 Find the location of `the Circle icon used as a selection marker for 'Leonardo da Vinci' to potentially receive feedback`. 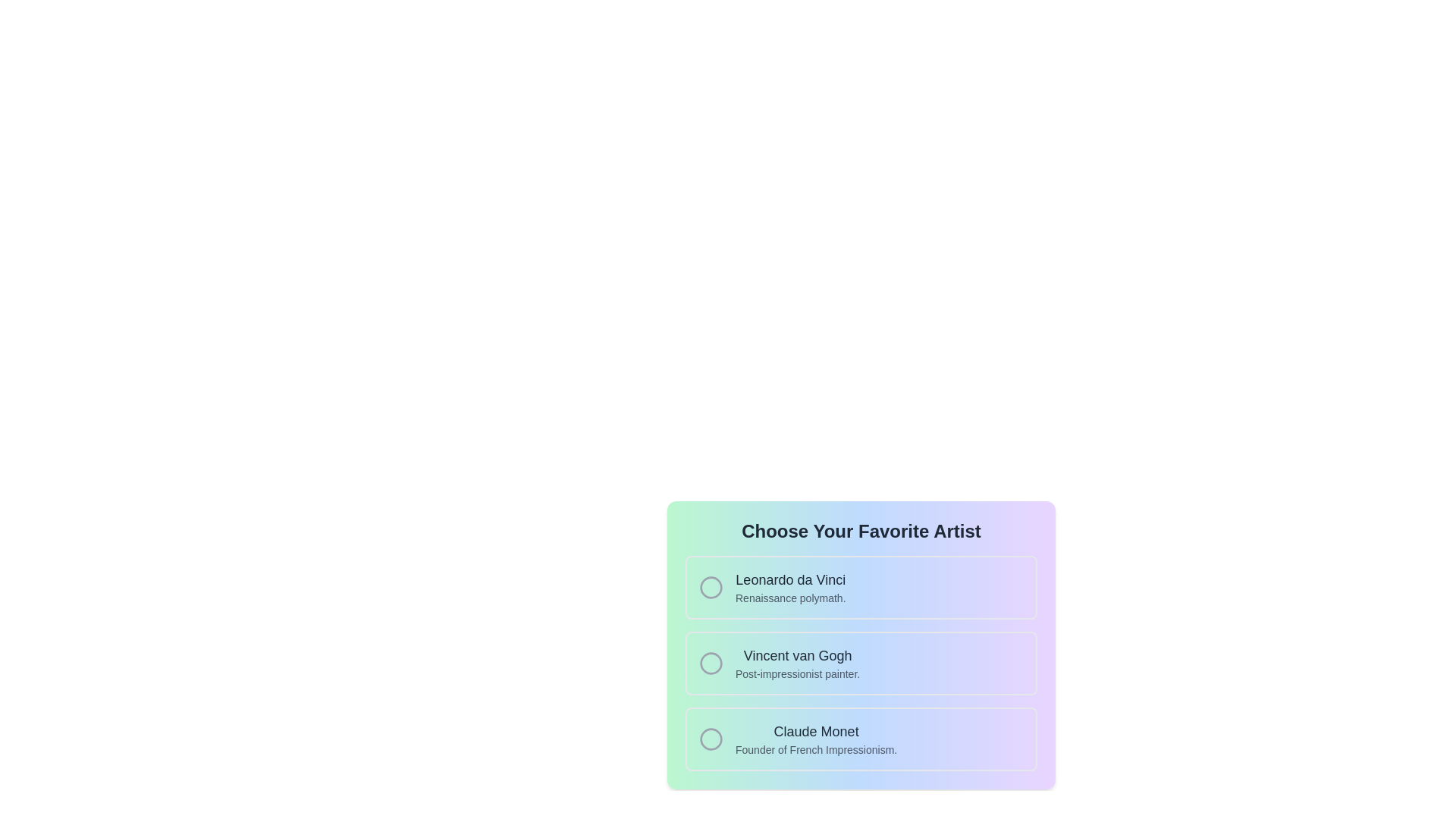

the Circle icon used as a selection marker for 'Leonardo da Vinci' to potentially receive feedback is located at coordinates (710, 587).